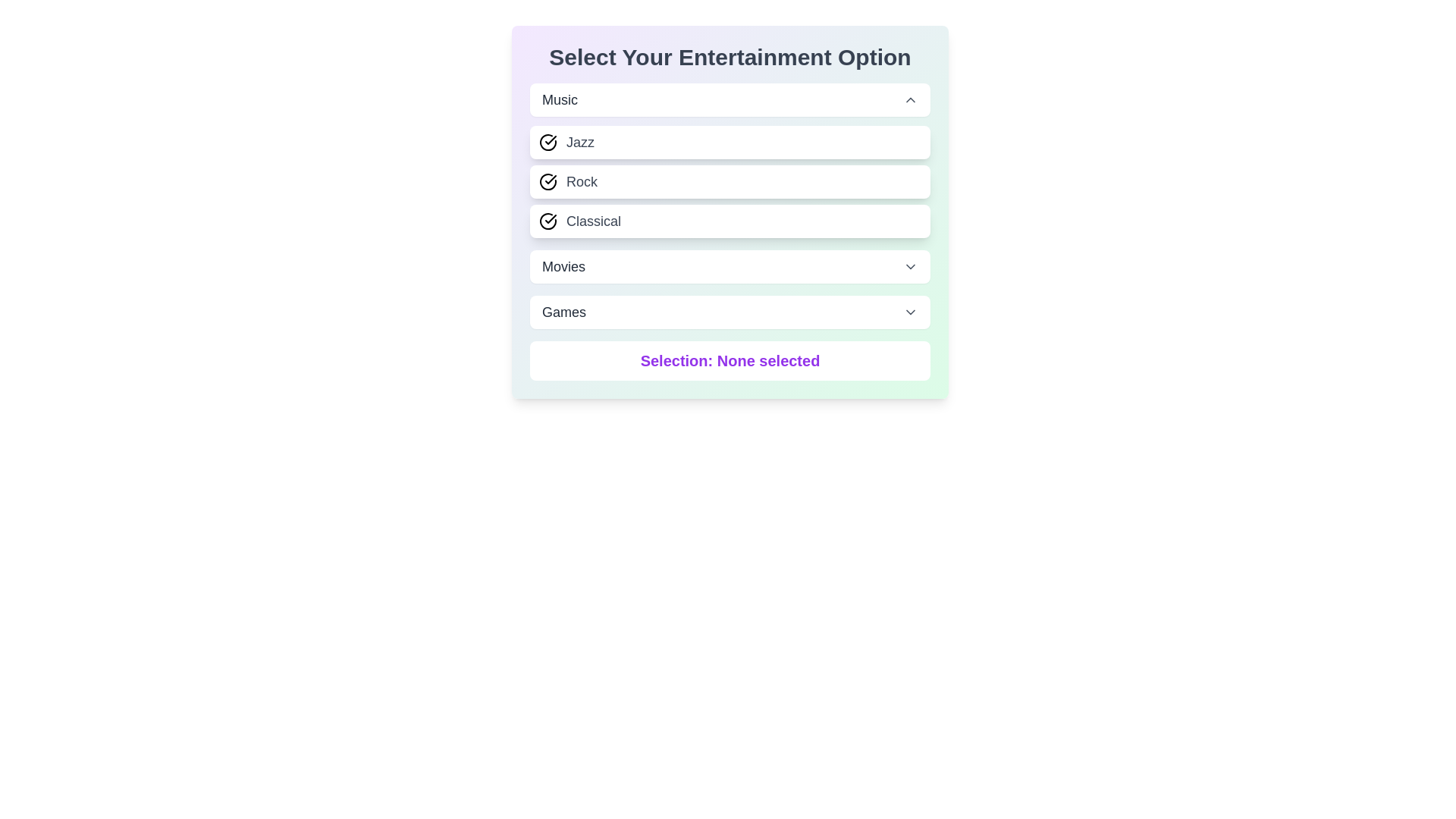 The image size is (1456, 819). Describe the element at coordinates (730, 180) in the screenshot. I see `the 'Rock' radio button, which is the second option in the 'Music' category` at that location.